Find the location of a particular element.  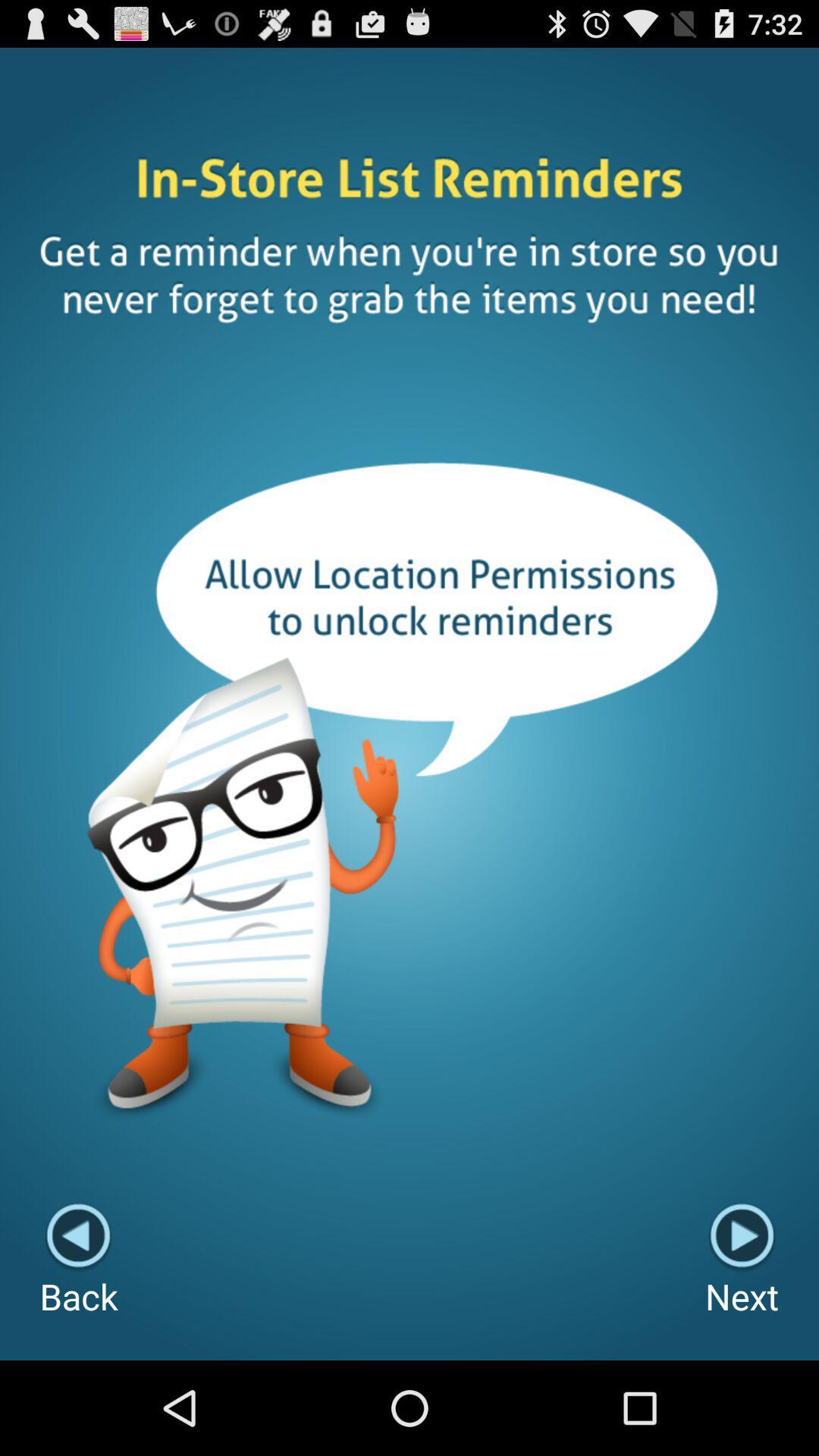

icon next to the back is located at coordinates (741, 1261).